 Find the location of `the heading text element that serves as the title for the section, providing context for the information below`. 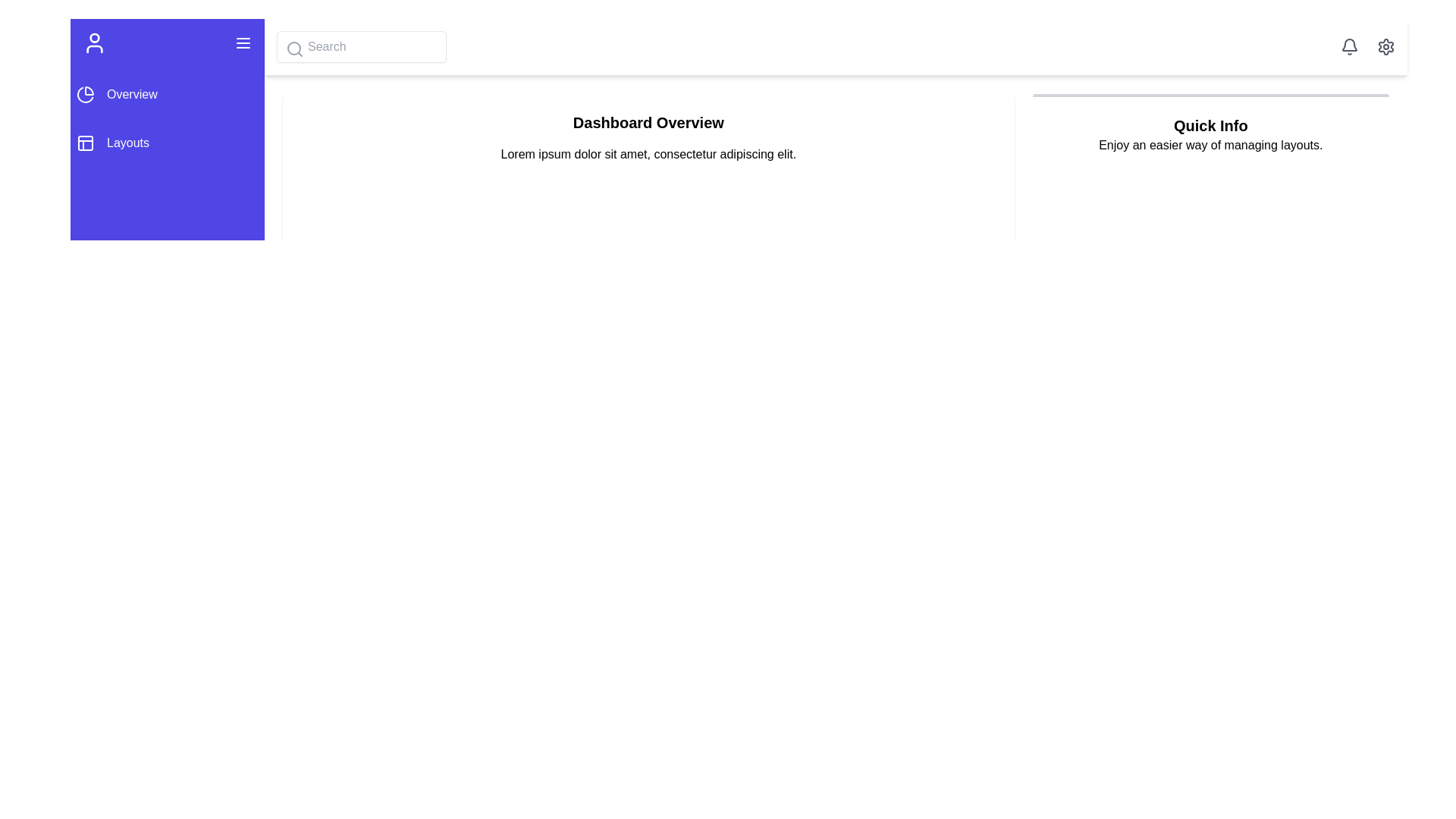

the heading text element that serves as the title for the section, providing context for the information below is located at coordinates (648, 122).